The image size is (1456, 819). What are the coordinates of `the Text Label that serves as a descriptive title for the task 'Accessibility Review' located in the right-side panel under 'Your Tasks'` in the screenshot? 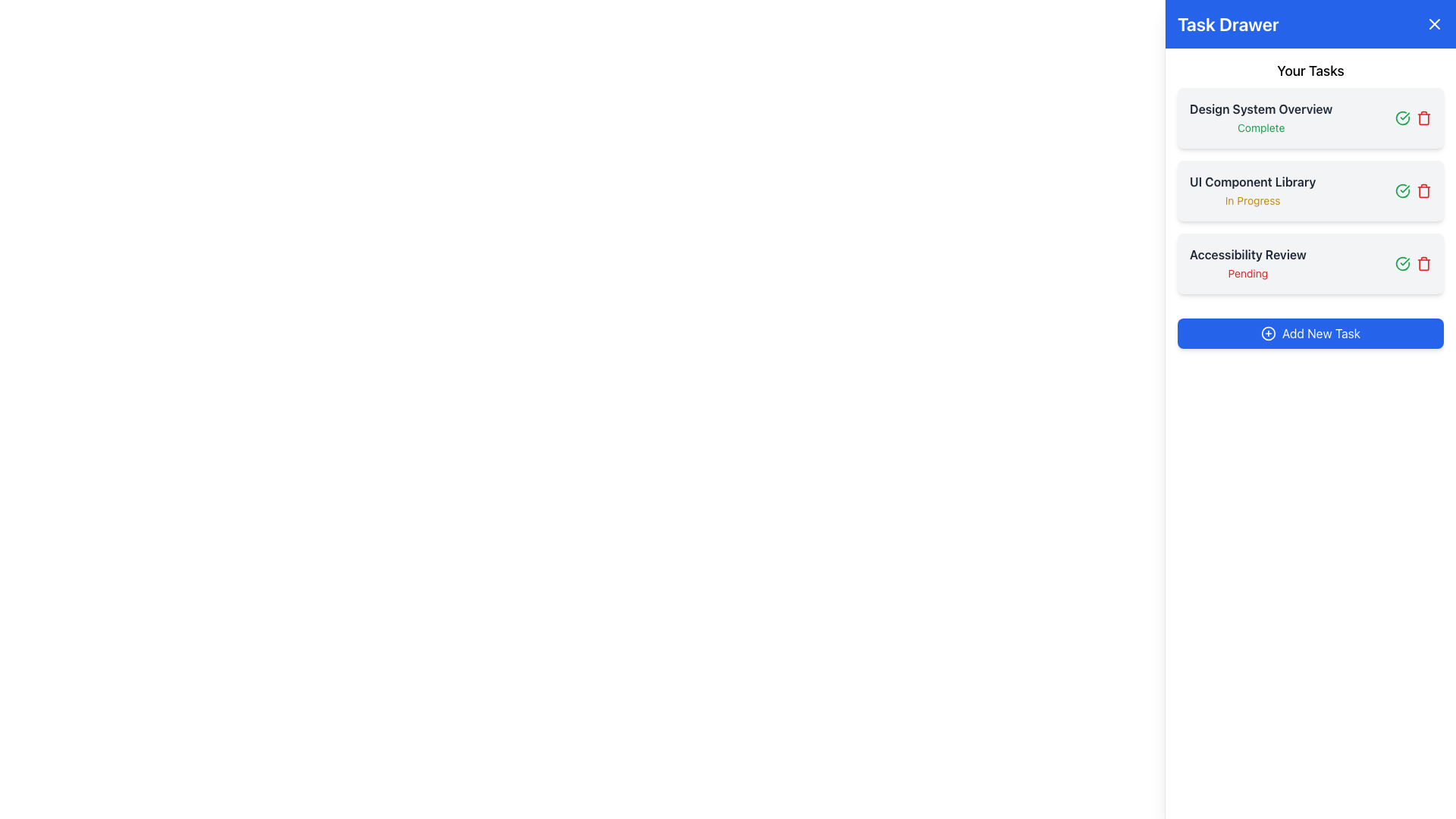 It's located at (1247, 253).